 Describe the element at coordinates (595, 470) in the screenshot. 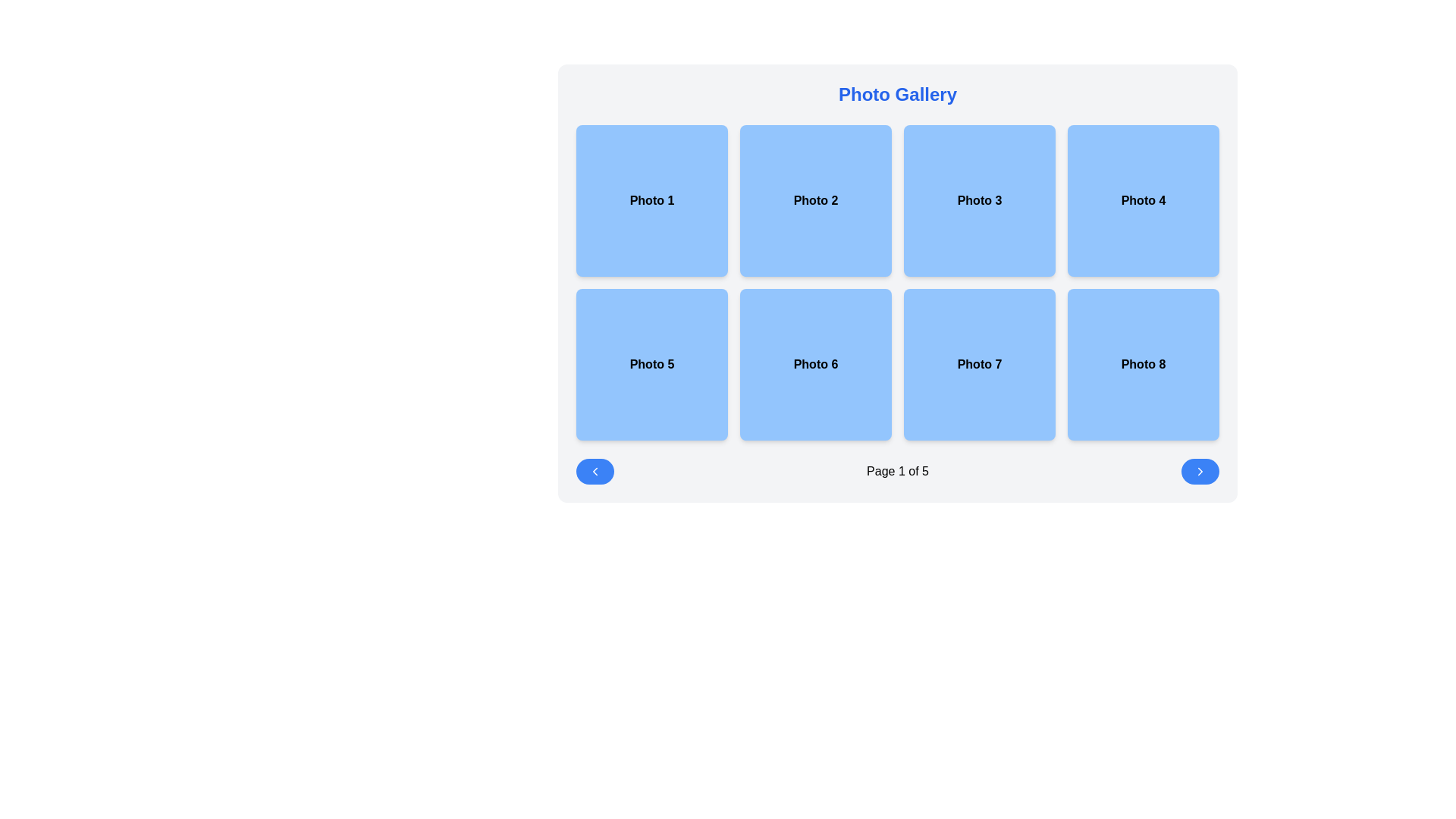

I see `the left-pointing triangular arrow icon located within the circular button at the bottom-left corner of the photo gallery interface` at that location.